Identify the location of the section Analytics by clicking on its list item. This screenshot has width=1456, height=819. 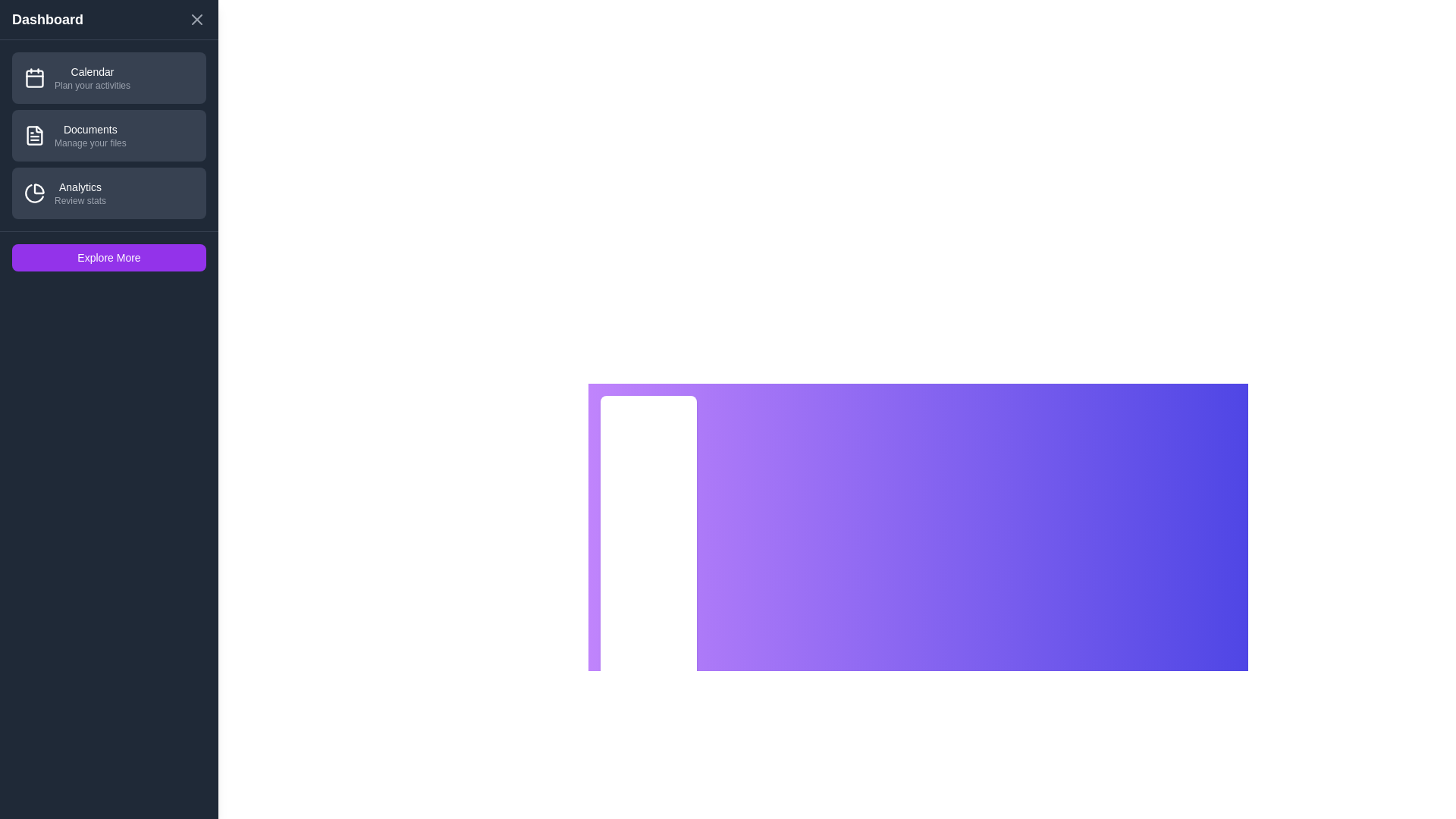
(108, 192).